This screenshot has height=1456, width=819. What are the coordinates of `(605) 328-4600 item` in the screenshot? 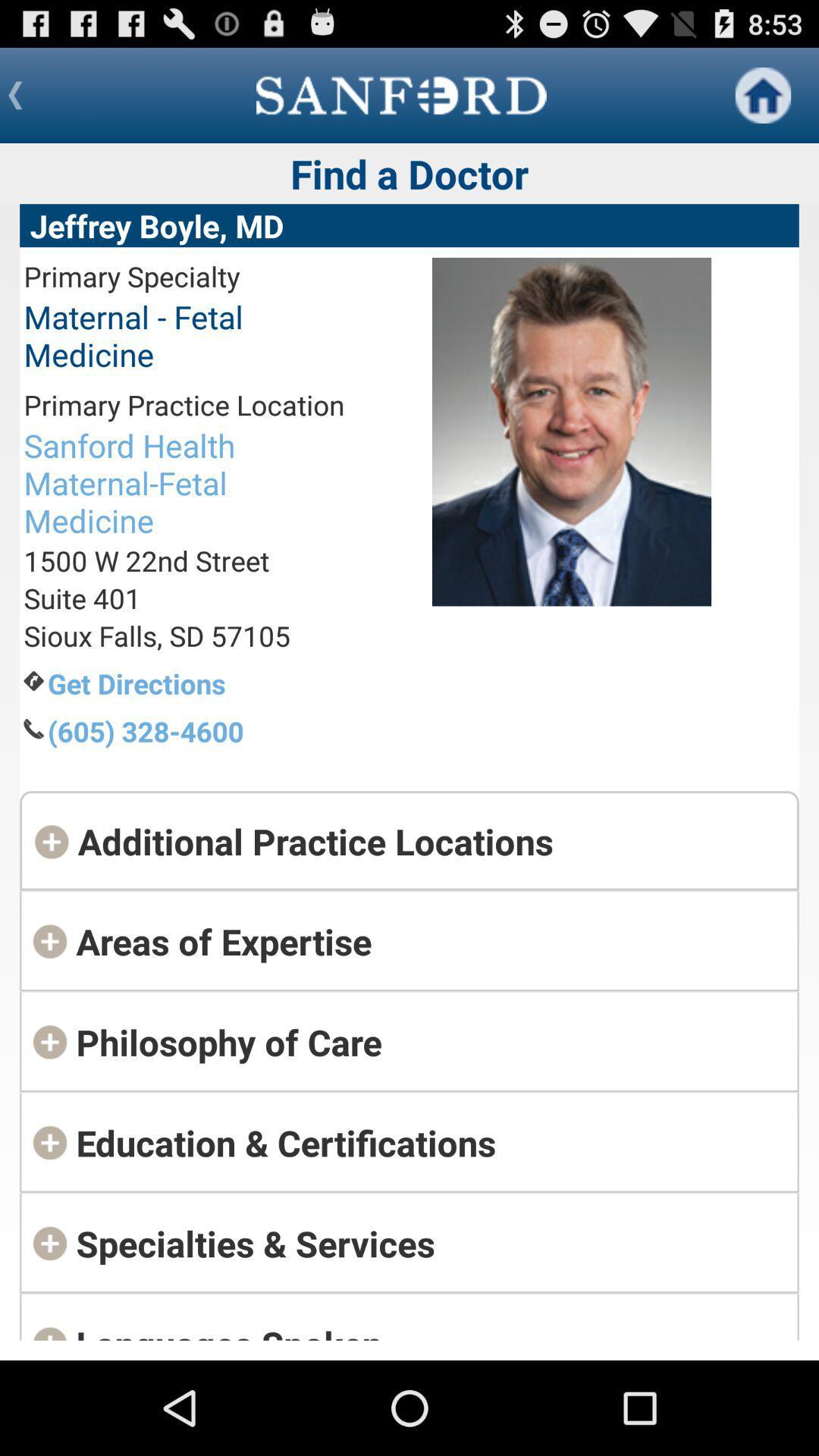 It's located at (195, 731).